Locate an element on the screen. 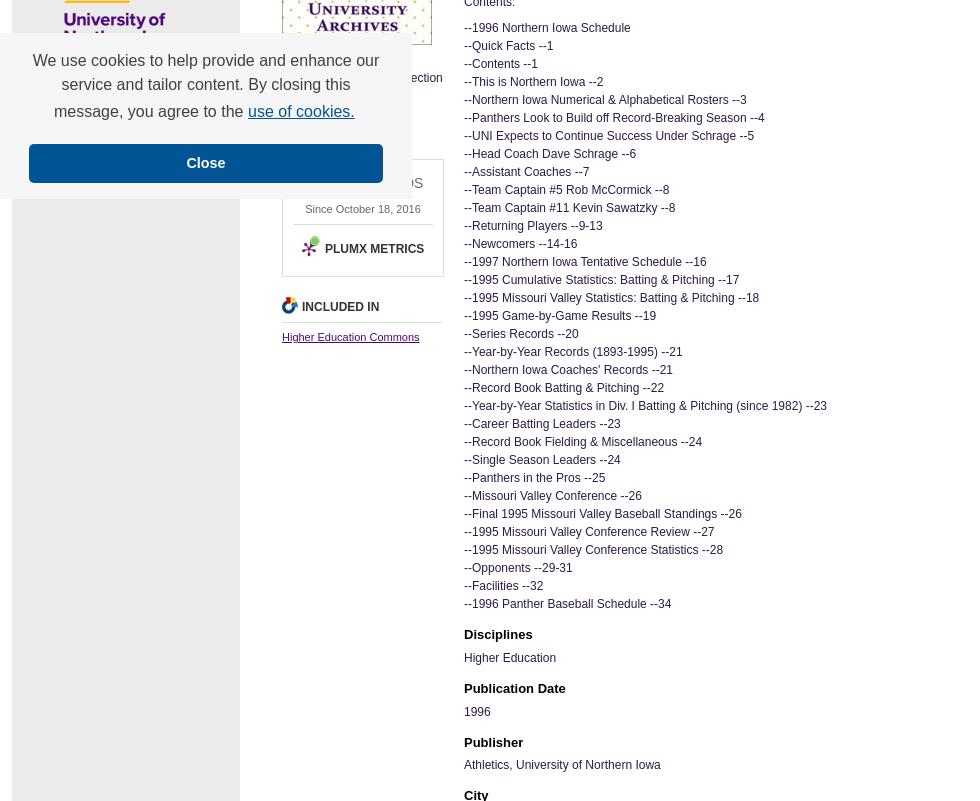  'Close' is located at coordinates (205, 163).